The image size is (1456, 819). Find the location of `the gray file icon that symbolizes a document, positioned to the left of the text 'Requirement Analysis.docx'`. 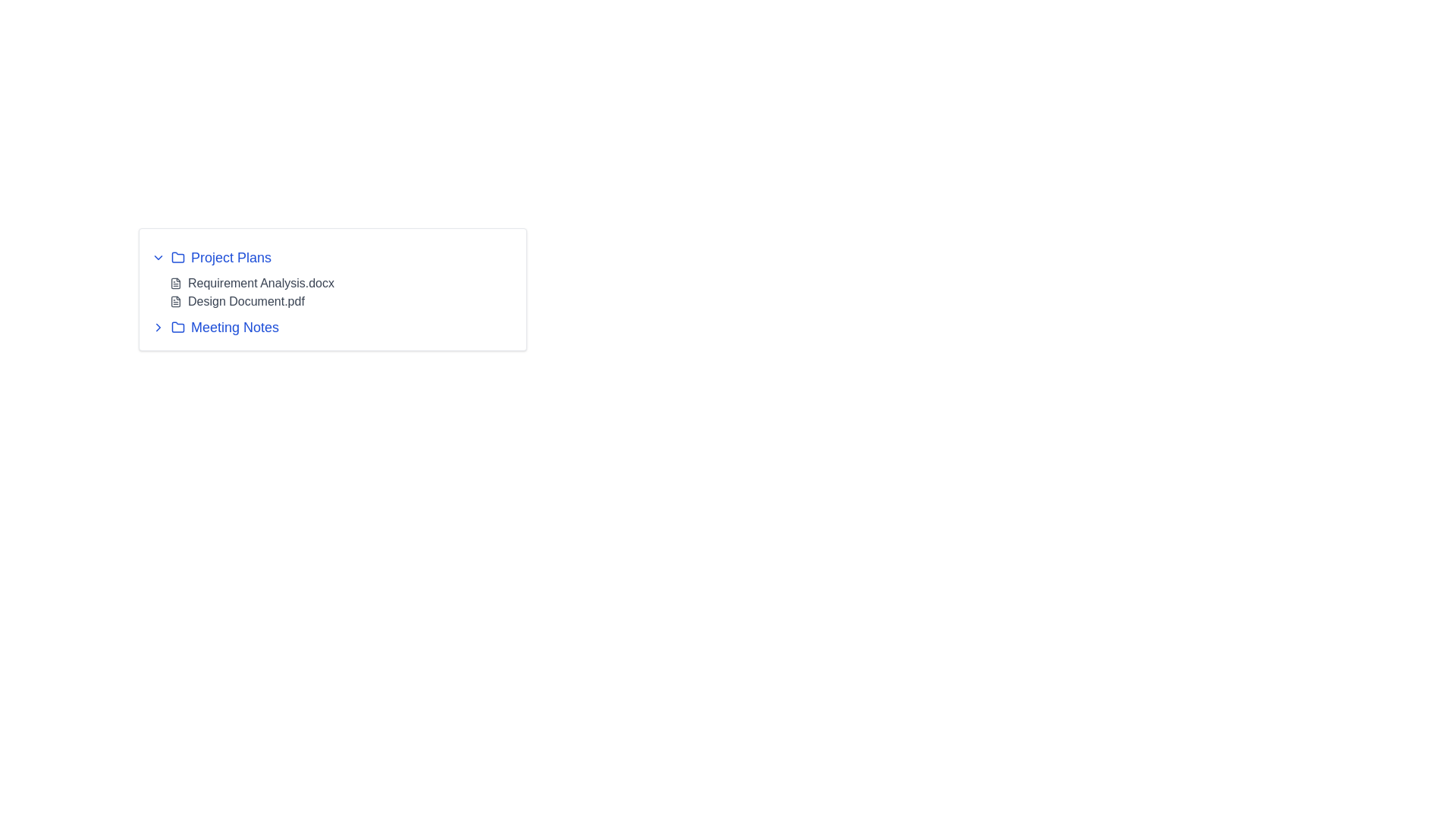

the gray file icon that symbolizes a document, positioned to the left of the text 'Requirement Analysis.docx' is located at coordinates (175, 284).